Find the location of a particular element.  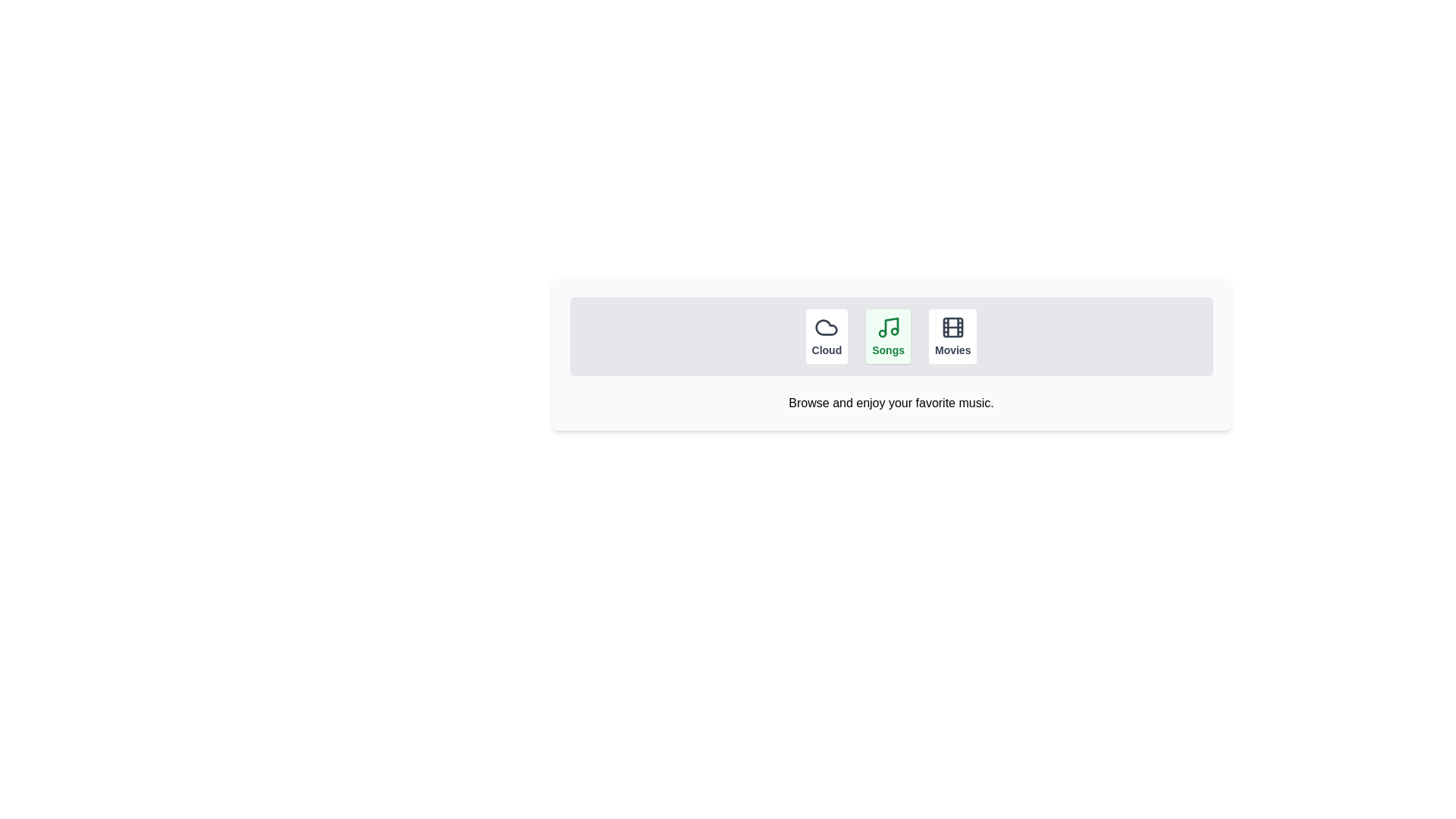

the green music note icon, which is centered above the 'Songs' text label within a green-highlighted card in the horizontal menu is located at coordinates (888, 327).